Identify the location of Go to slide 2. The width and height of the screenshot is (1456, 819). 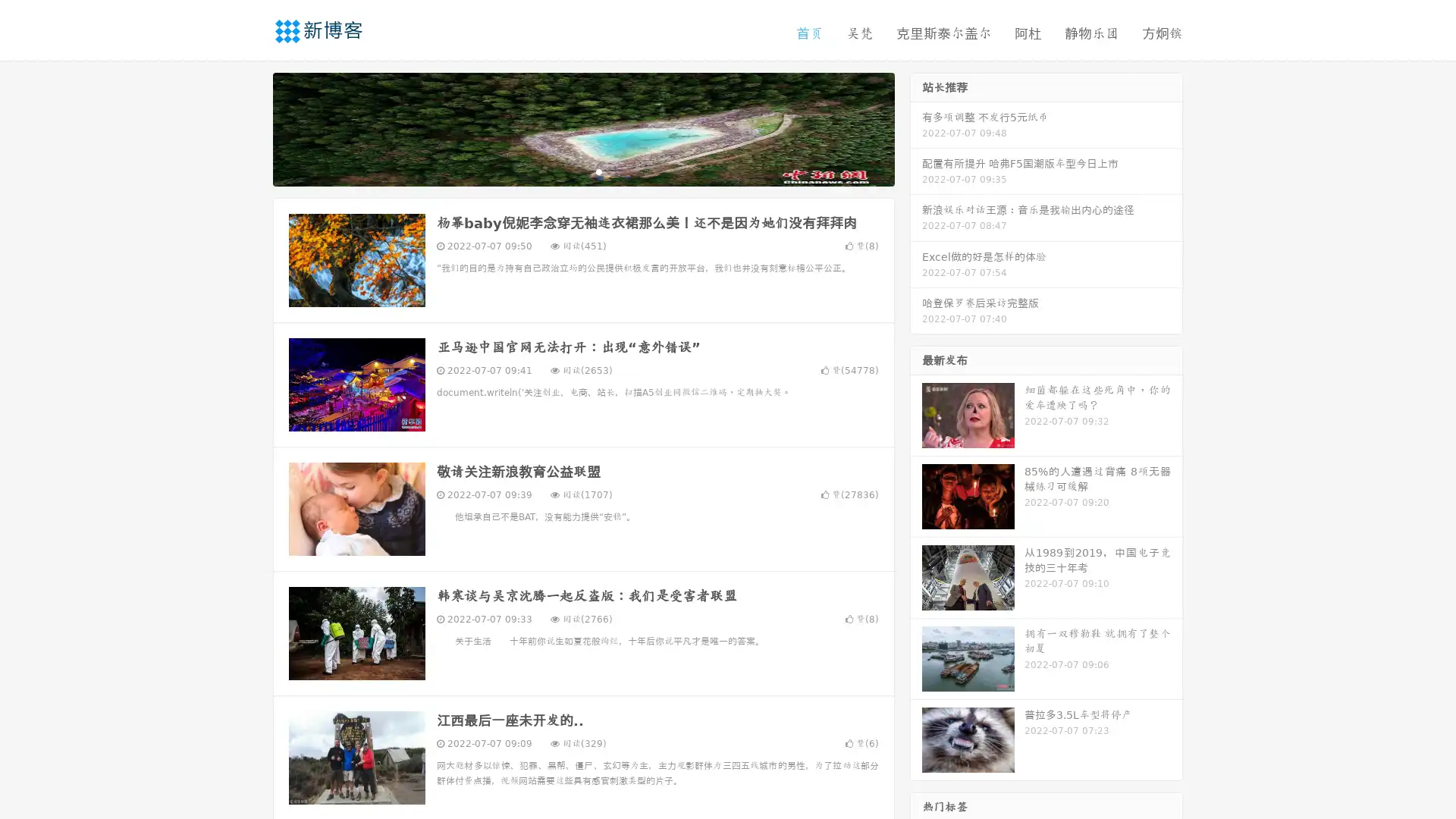
(582, 171).